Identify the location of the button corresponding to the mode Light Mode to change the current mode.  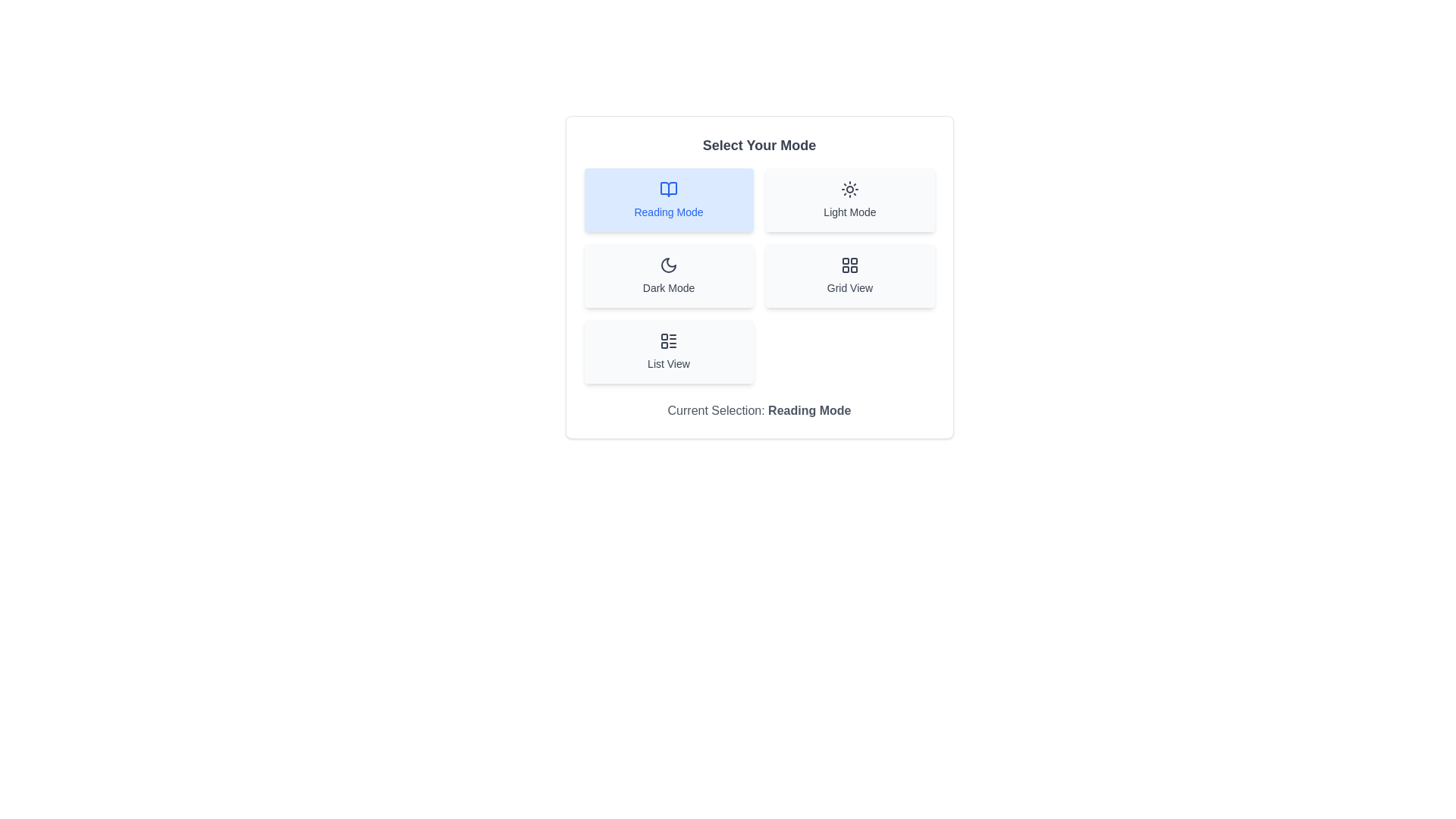
(850, 199).